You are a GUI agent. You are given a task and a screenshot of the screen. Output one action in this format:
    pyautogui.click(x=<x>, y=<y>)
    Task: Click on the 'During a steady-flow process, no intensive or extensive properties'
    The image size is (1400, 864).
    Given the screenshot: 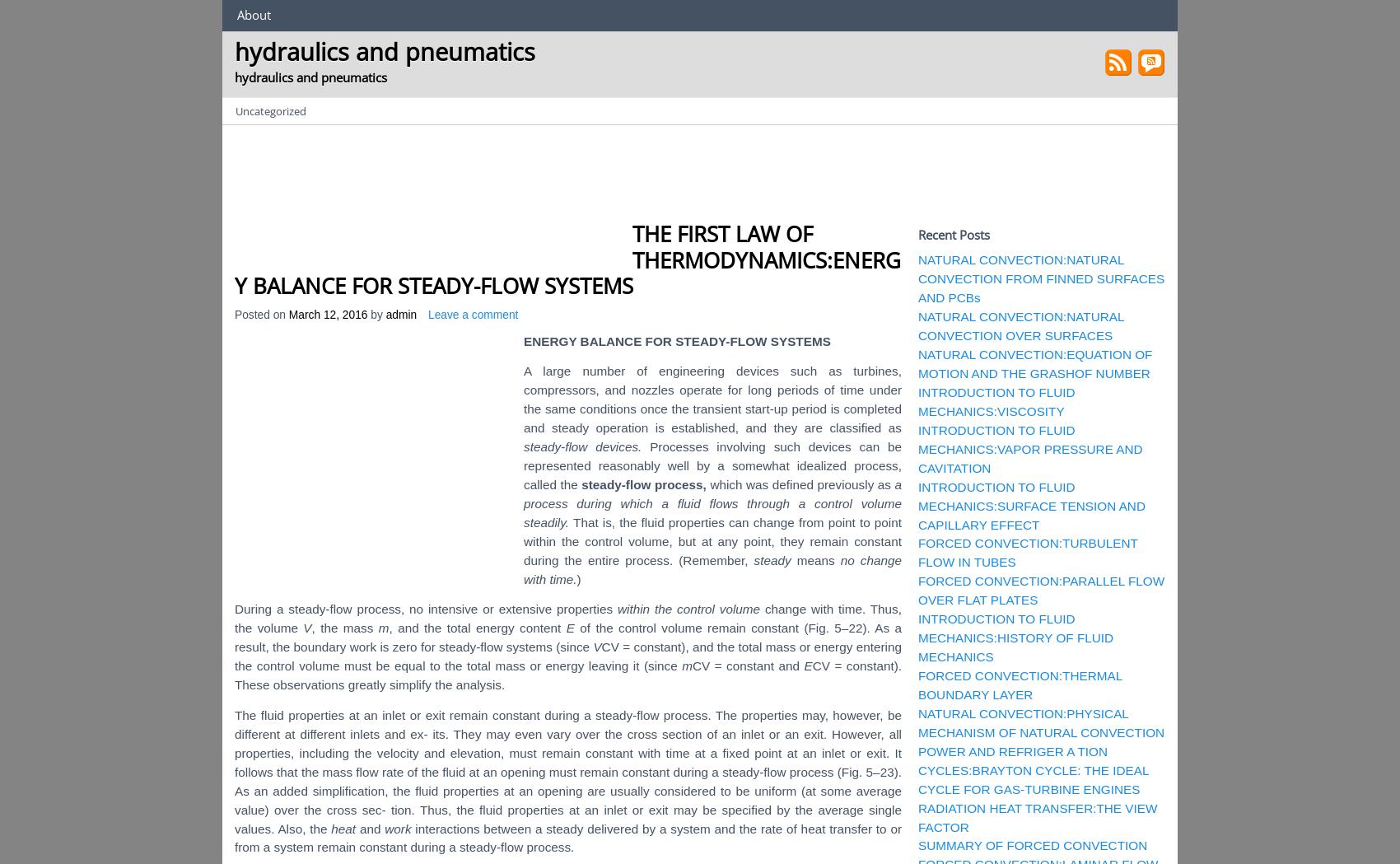 What is the action you would take?
    pyautogui.click(x=425, y=608)
    